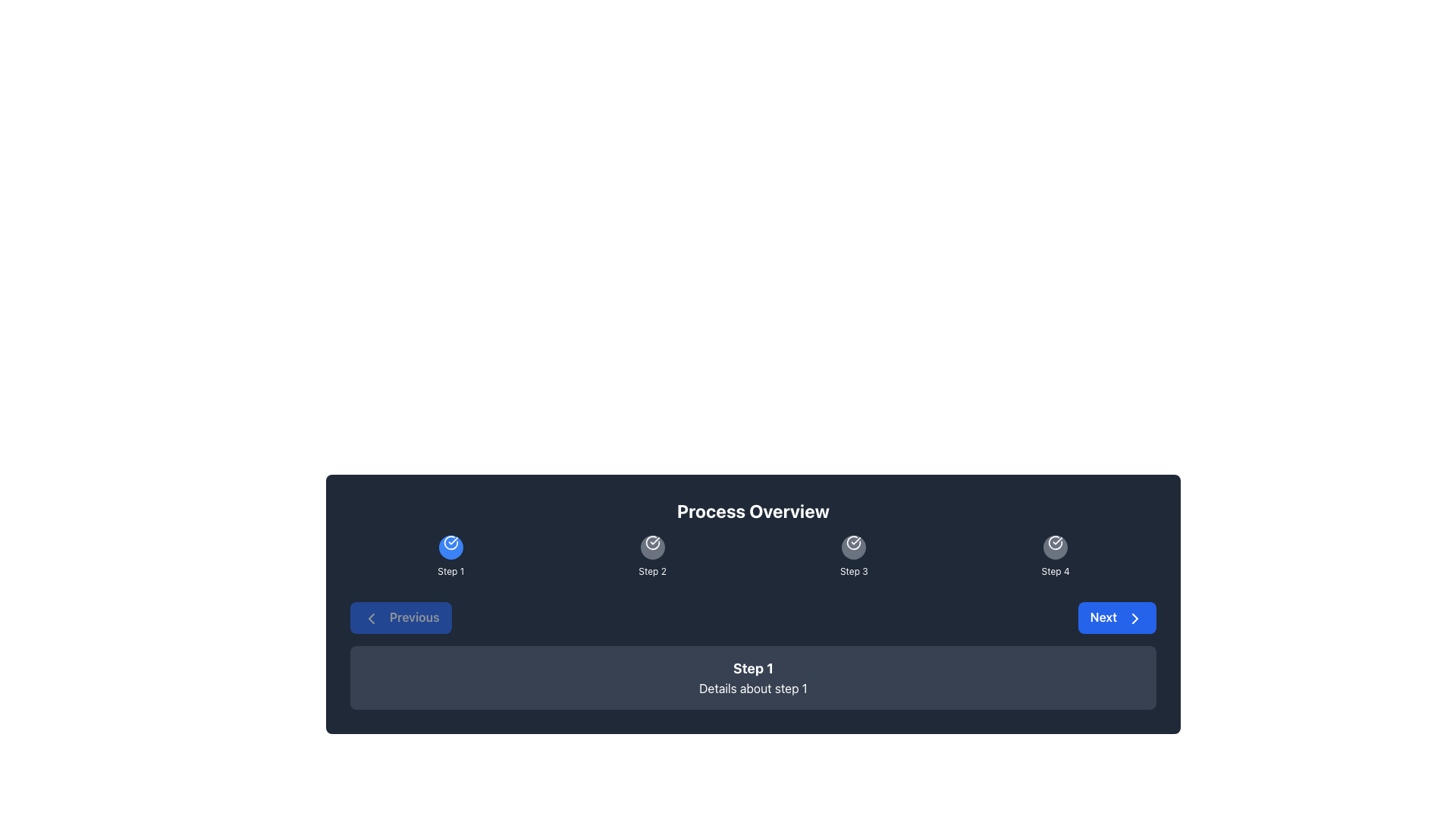  What do you see at coordinates (450, 571) in the screenshot?
I see `the Text label indicating the current step in the multi-step process, located below the circular icon for Step 1` at bounding box center [450, 571].